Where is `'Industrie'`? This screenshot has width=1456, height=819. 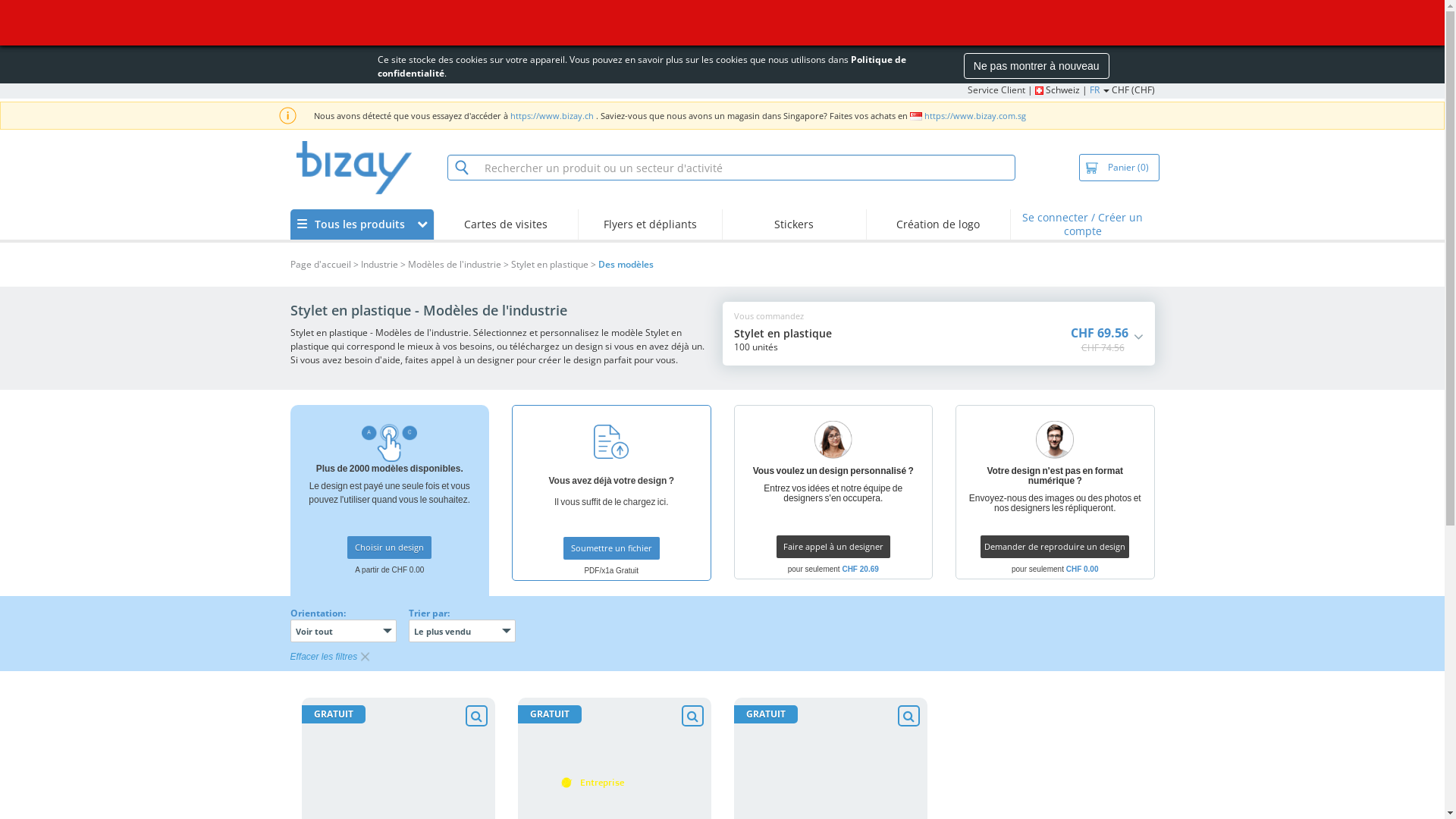 'Industrie' is located at coordinates (359, 263).